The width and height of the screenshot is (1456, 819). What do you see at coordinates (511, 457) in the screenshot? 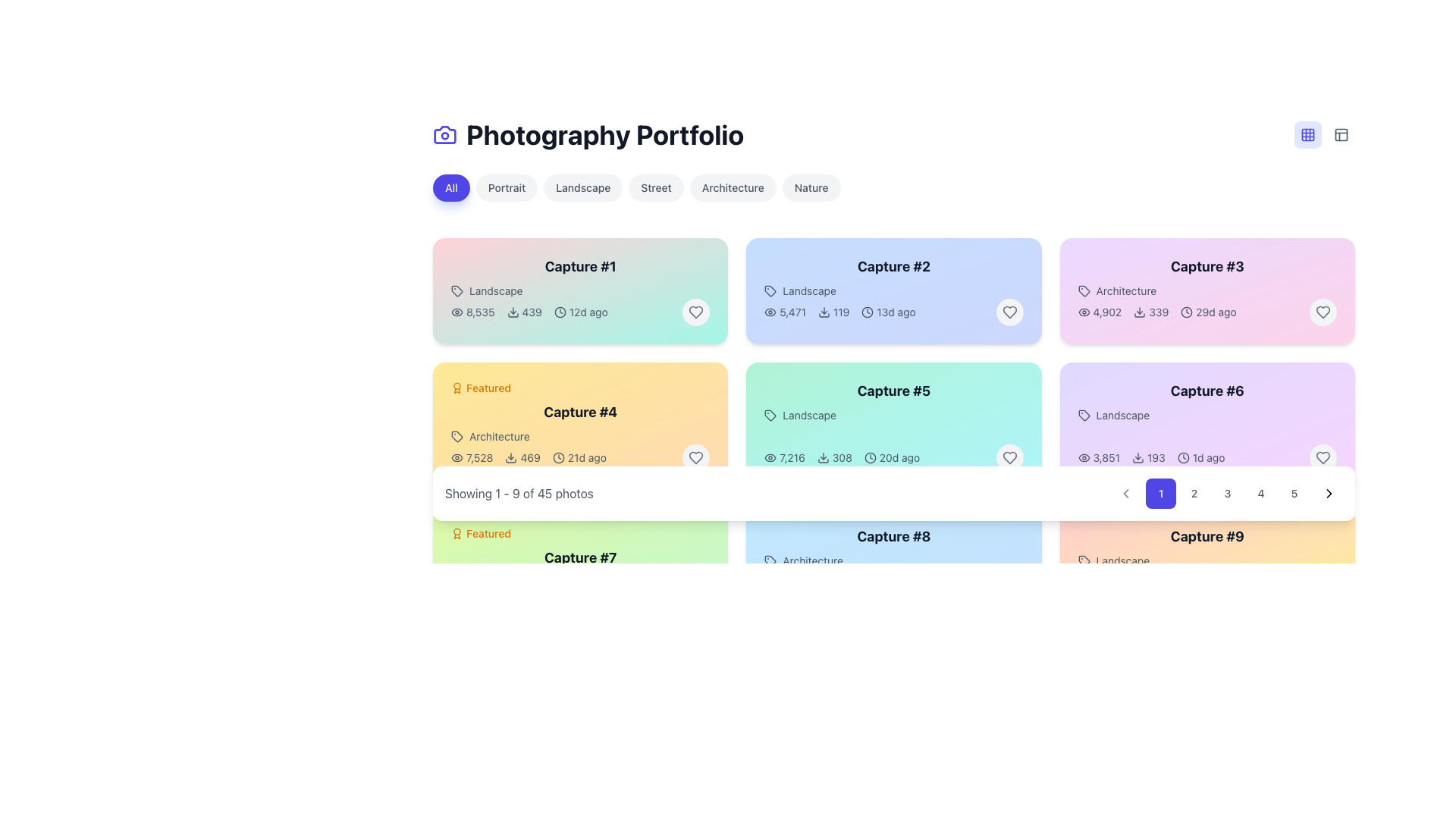
I see `the small download icon, which is styled as an arrow pointing downward and is located within the metadata line of the 'Capture #4' card, positioned next to the download count '469'` at bounding box center [511, 457].